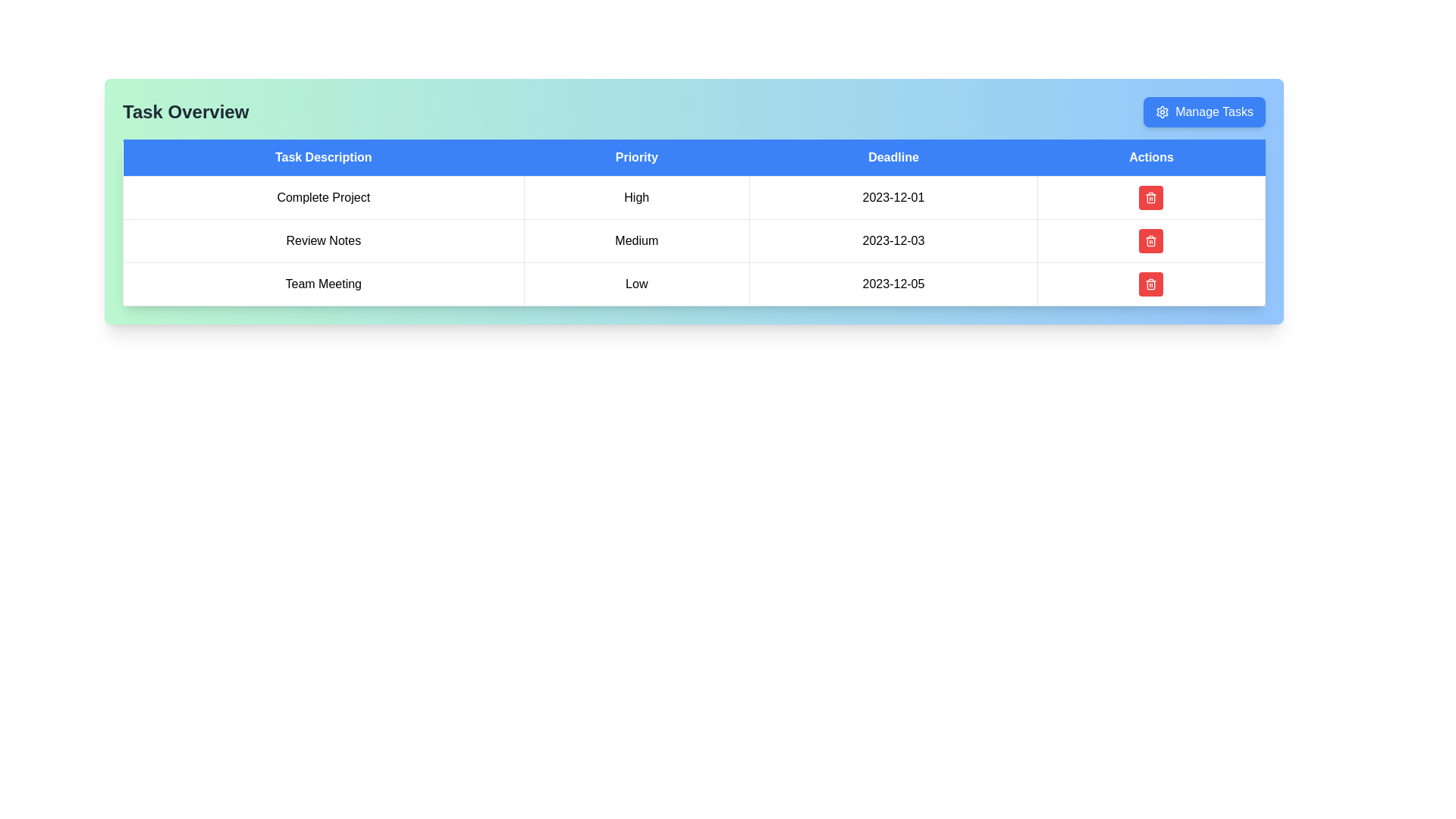 Image resolution: width=1456 pixels, height=819 pixels. I want to click on the 'Task Description' table header, which is the first column header in the table with white text on a blue background, so click(322, 158).